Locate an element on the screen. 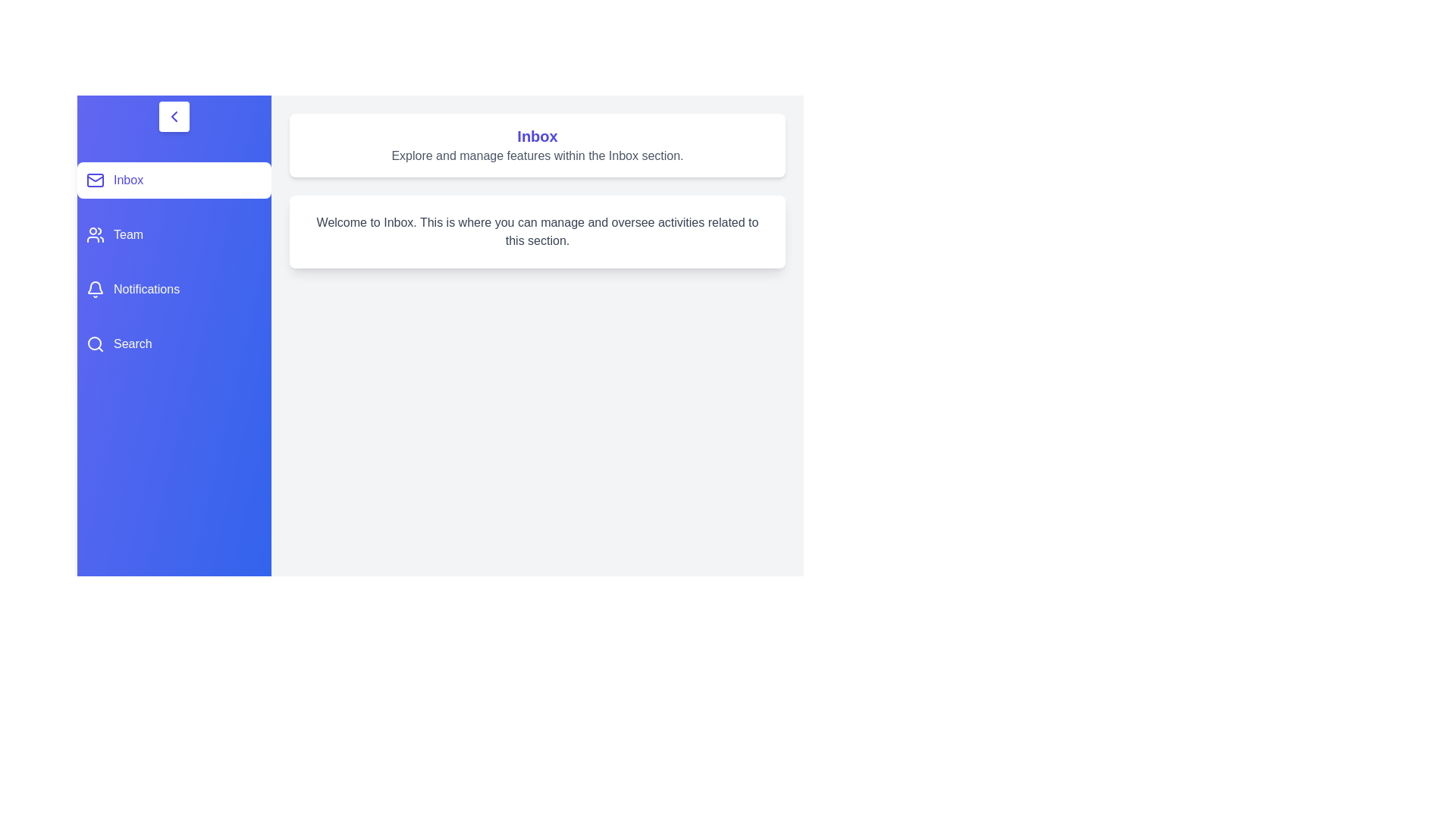  toggle button to change the drawer's state is located at coordinates (174, 116).